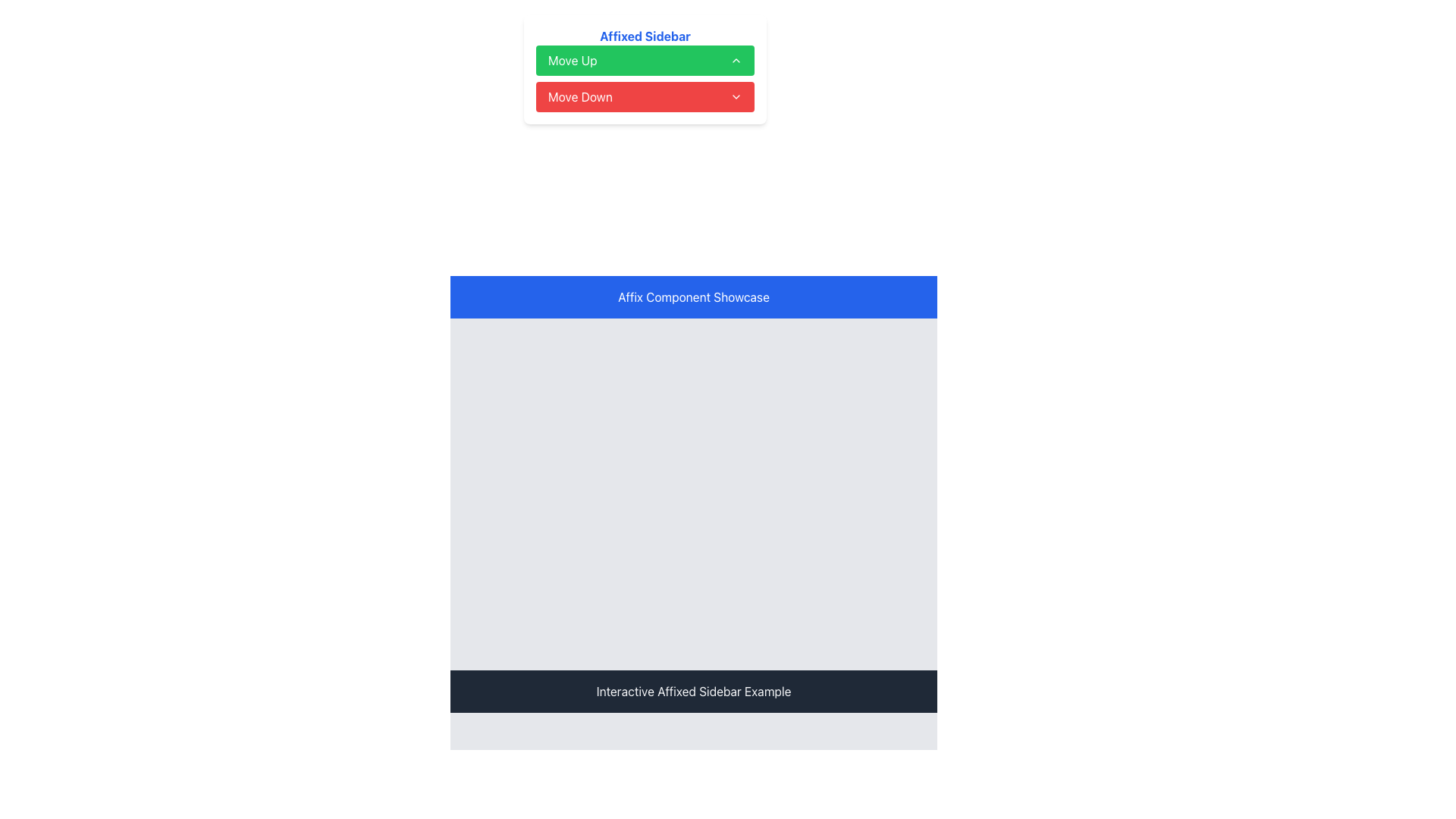 The image size is (1456, 819). Describe the element at coordinates (645, 96) in the screenshot. I see `the red button labeled 'Move Down' with a downward-pointing chevron icon` at that location.